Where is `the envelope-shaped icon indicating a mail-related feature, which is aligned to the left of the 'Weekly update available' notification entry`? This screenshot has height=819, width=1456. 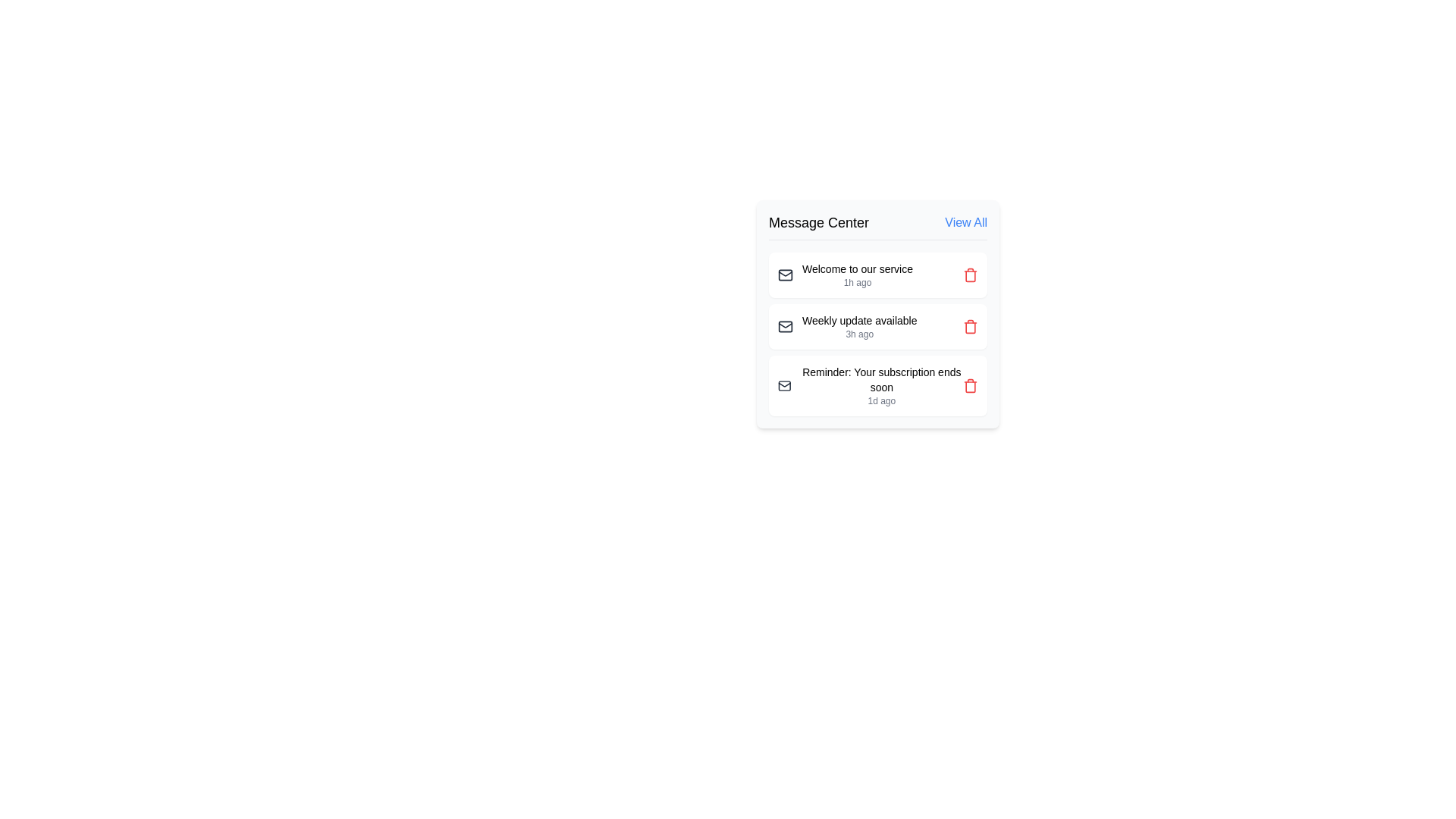
the envelope-shaped icon indicating a mail-related feature, which is aligned to the left of the 'Weekly update available' notification entry is located at coordinates (786, 326).